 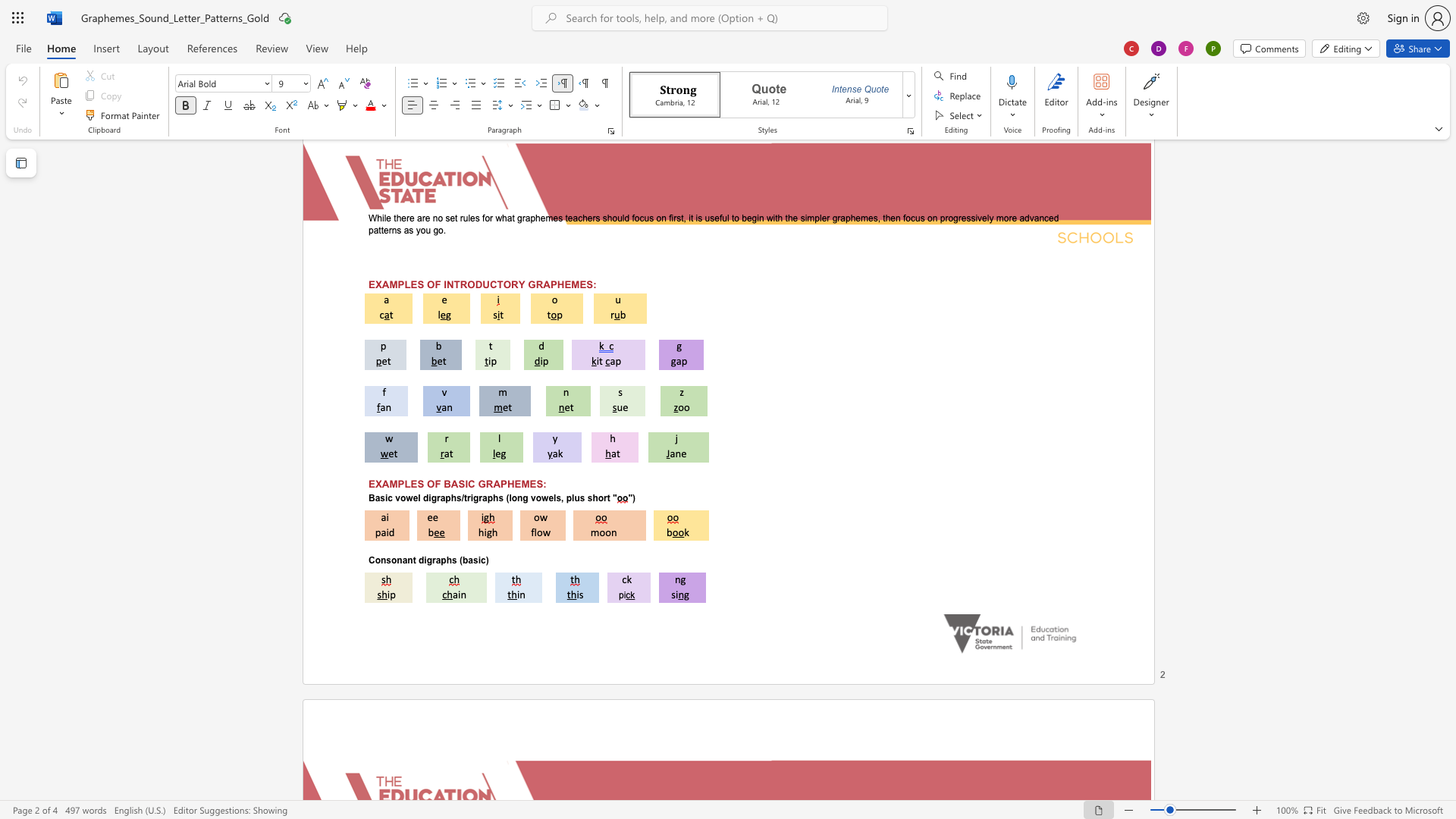 What do you see at coordinates (464, 560) in the screenshot?
I see `the 1th character "b" in the text` at bounding box center [464, 560].